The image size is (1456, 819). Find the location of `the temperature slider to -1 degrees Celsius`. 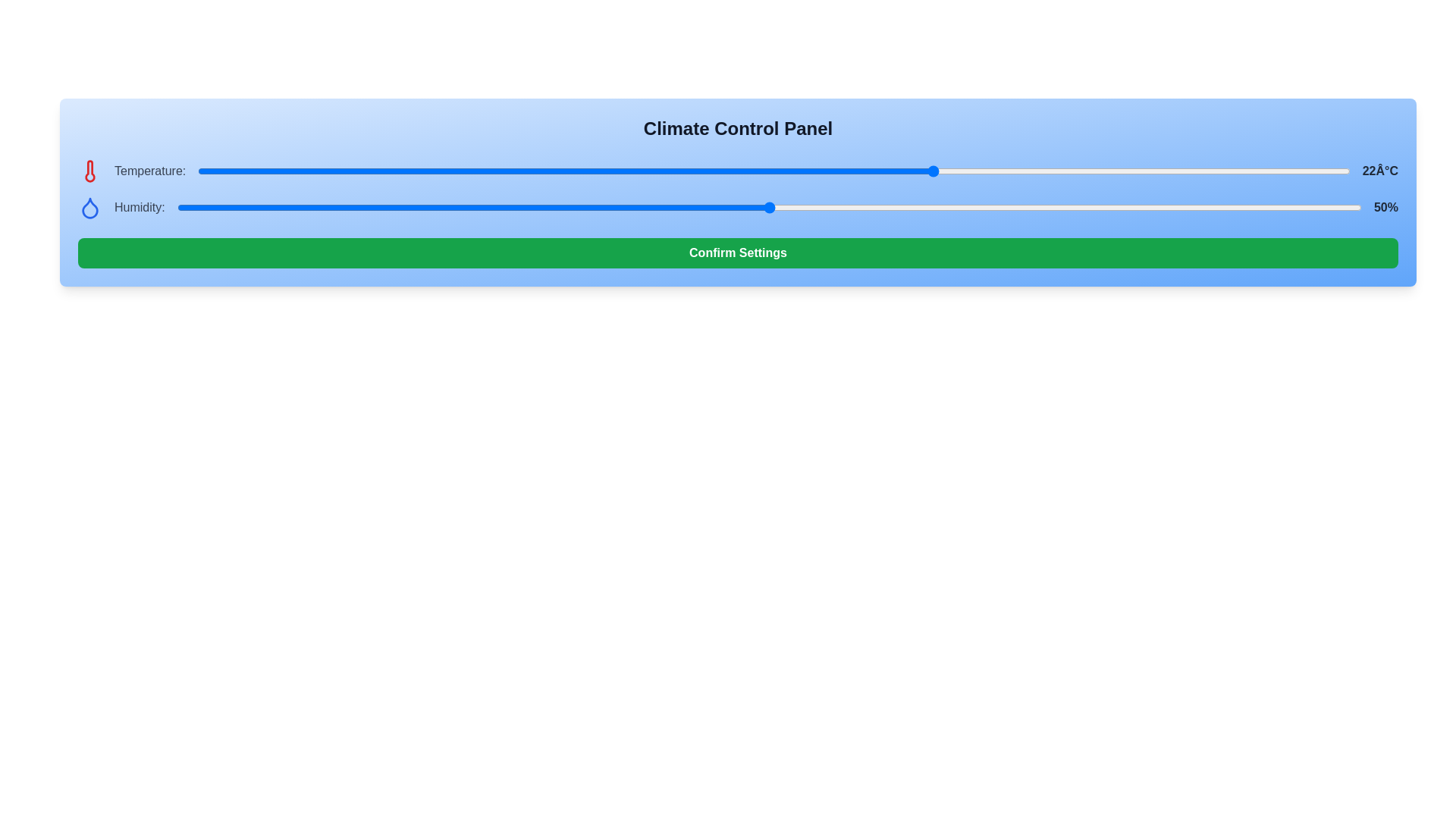

the temperature slider to -1 degrees Celsius is located at coordinates (405, 171).